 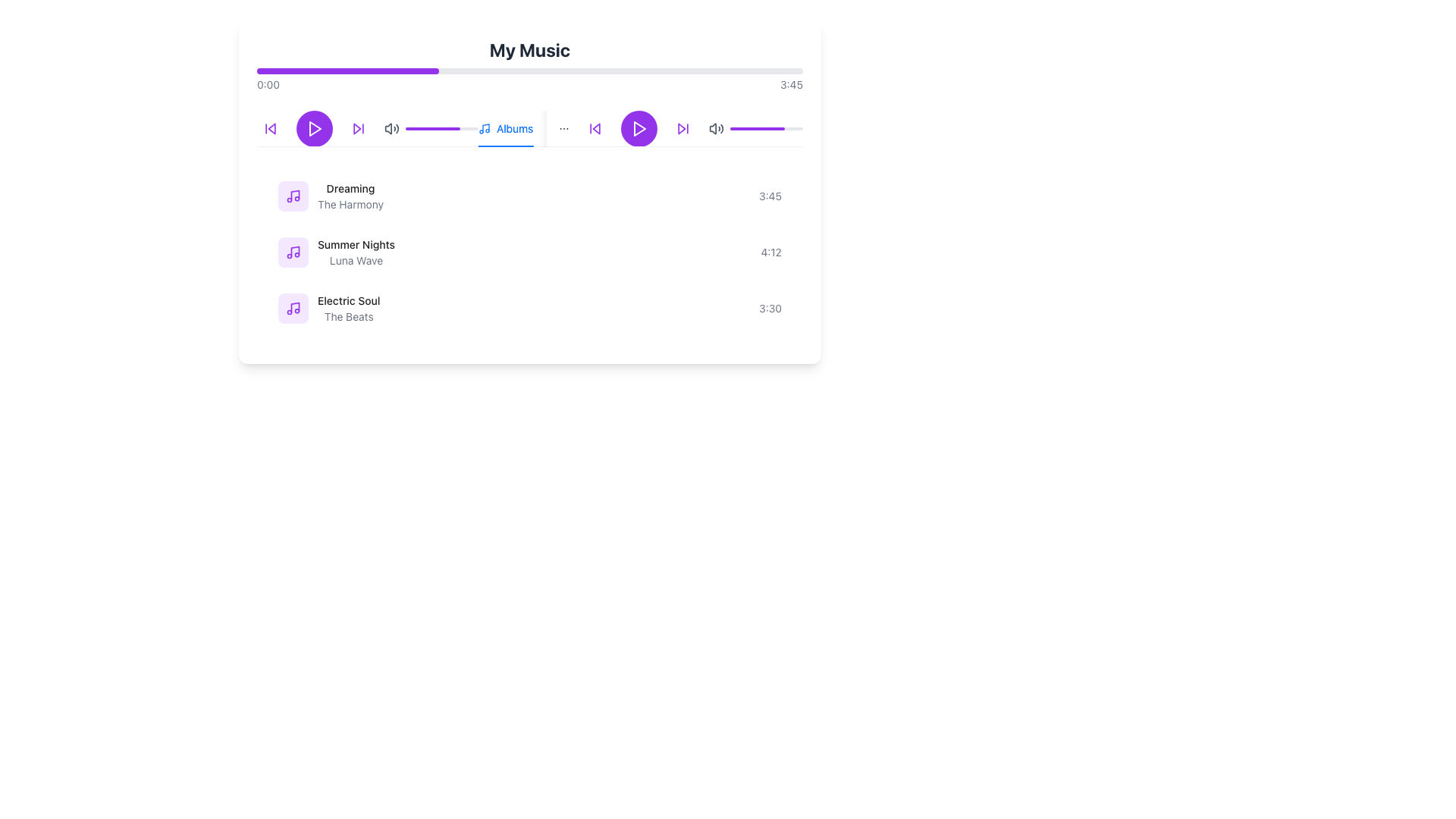 What do you see at coordinates (348, 301) in the screenshot?
I see `the song labeled 'Electric Soul' displayed in bold text at the last position` at bounding box center [348, 301].